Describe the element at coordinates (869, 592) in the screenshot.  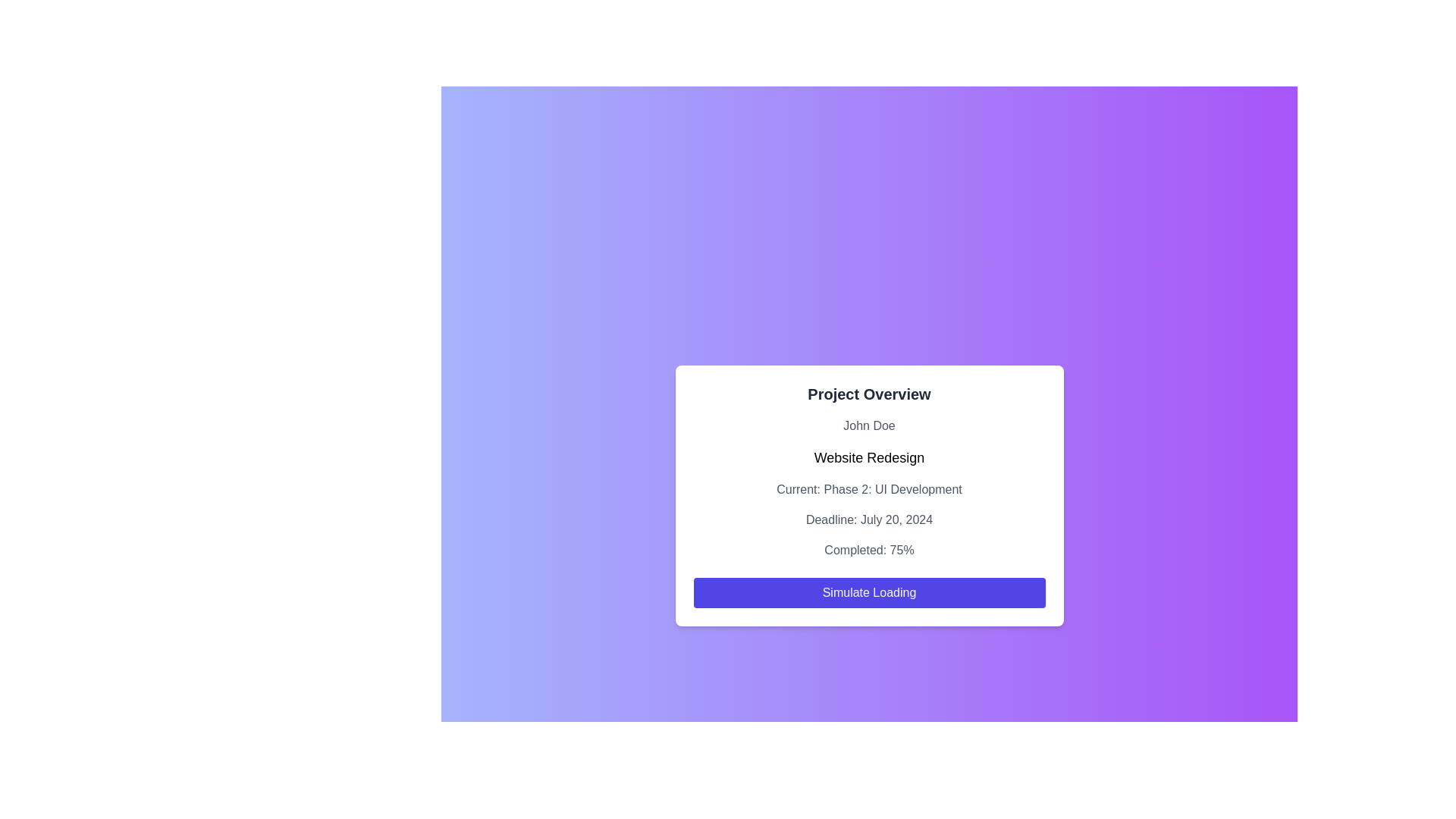
I see `the loading button located at the bottom of the project overview card to observe the background color change` at that location.